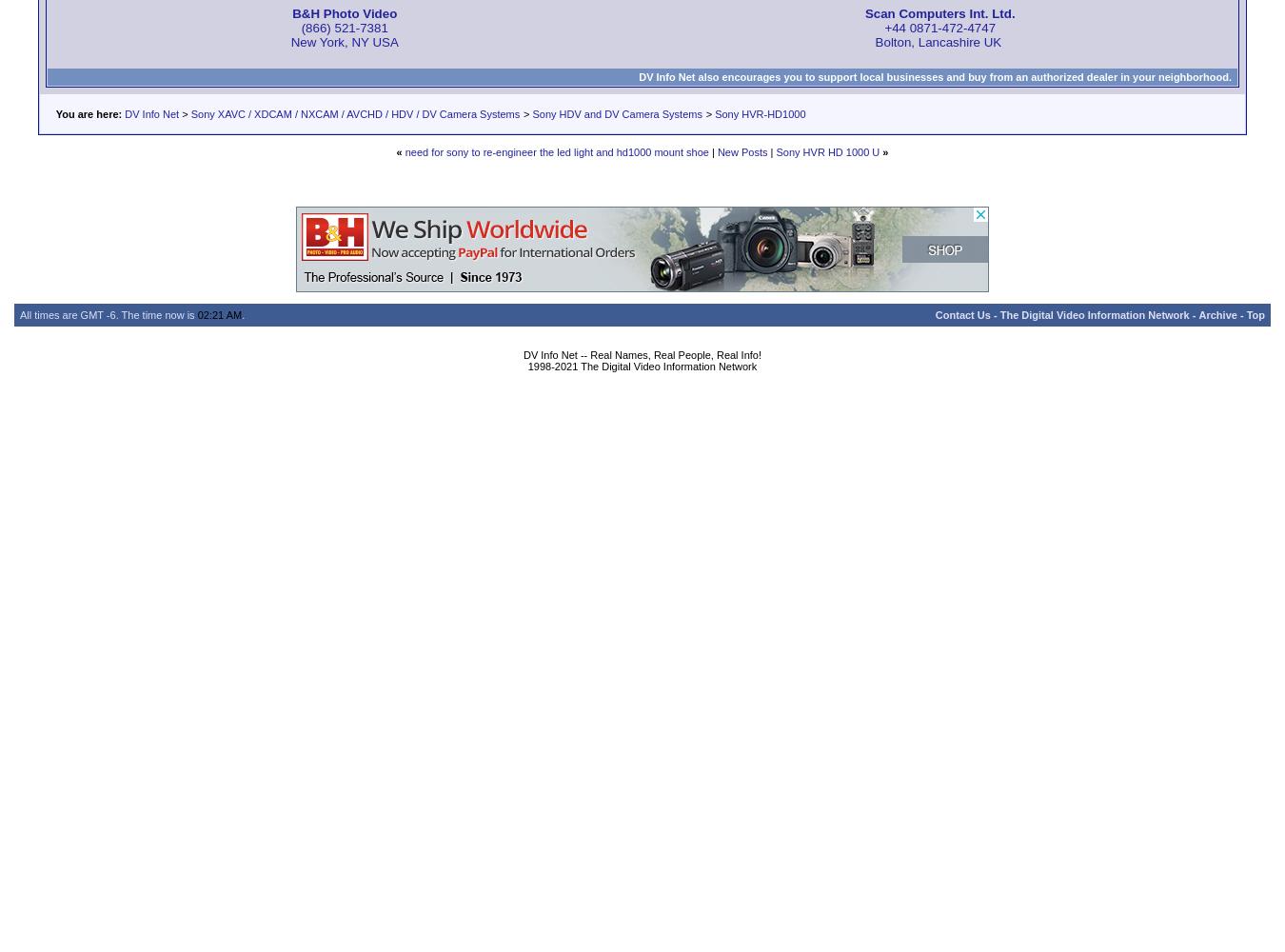 The image size is (1285, 952). I want to click on 'All times are GMT -6. The time now is', so click(108, 314).